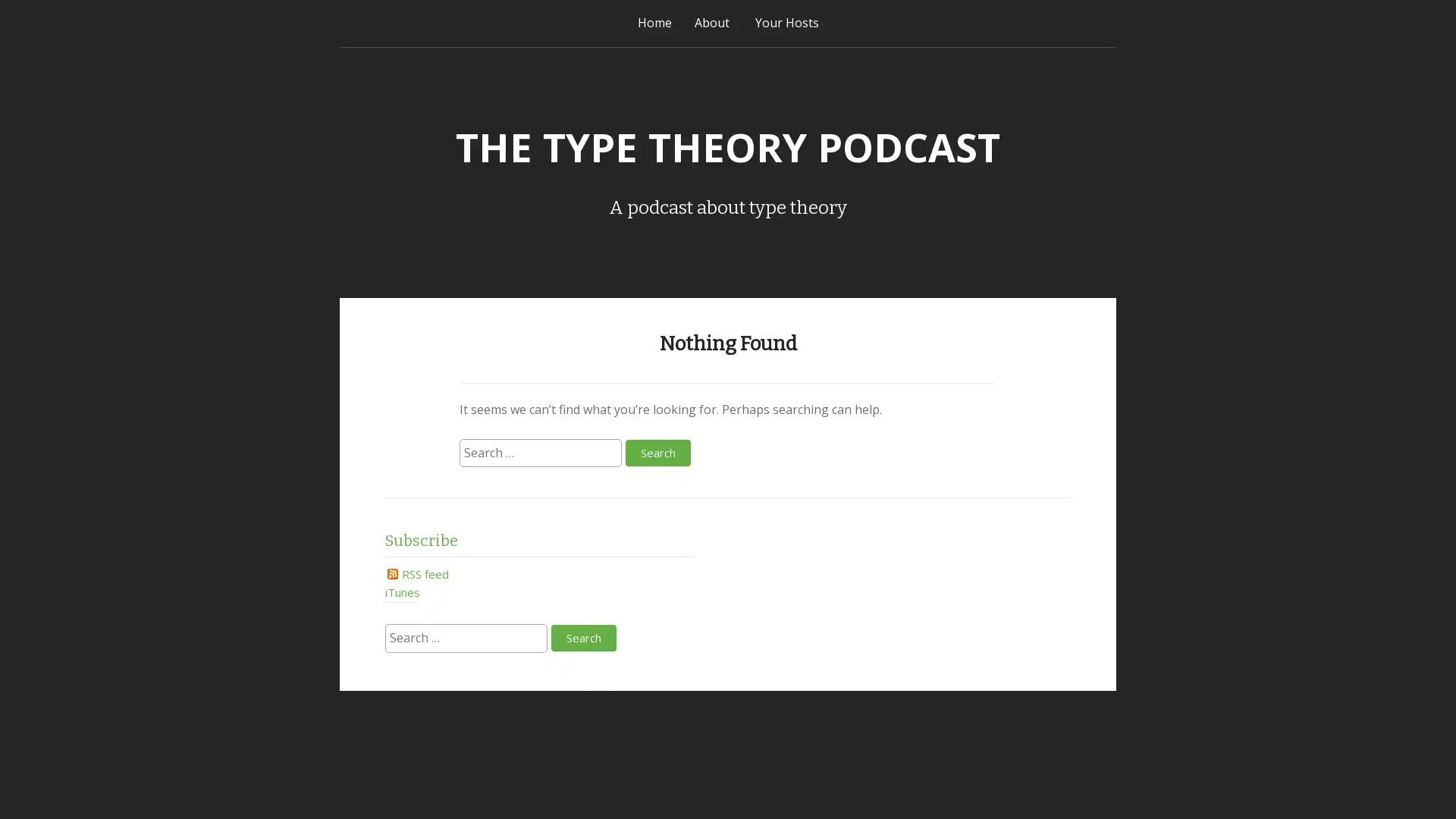 The height and width of the screenshot is (819, 1456). Describe the element at coordinates (582, 638) in the screenshot. I see `Search` at that location.